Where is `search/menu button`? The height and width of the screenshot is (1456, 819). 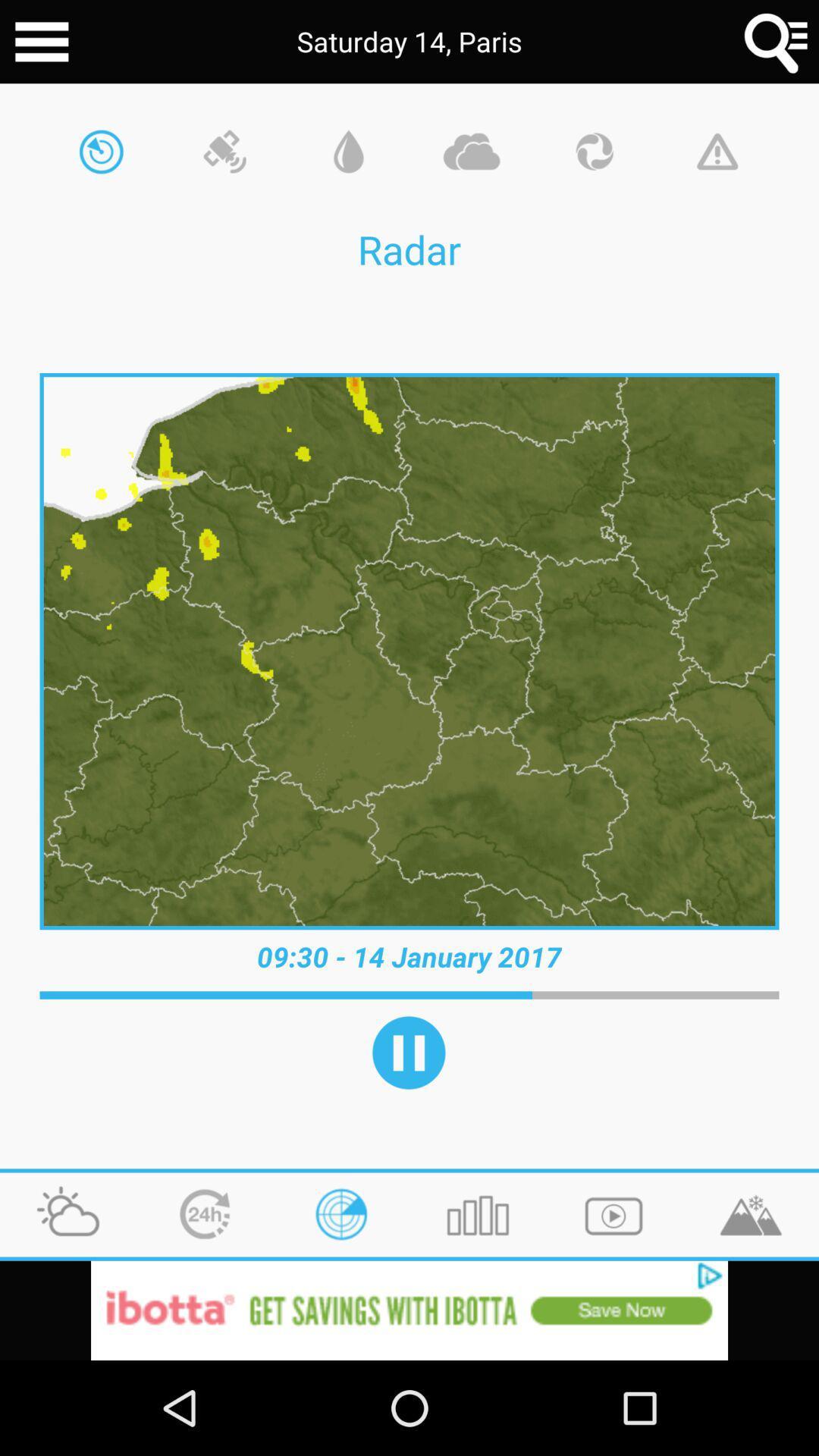 search/menu button is located at coordinates (777, 42).